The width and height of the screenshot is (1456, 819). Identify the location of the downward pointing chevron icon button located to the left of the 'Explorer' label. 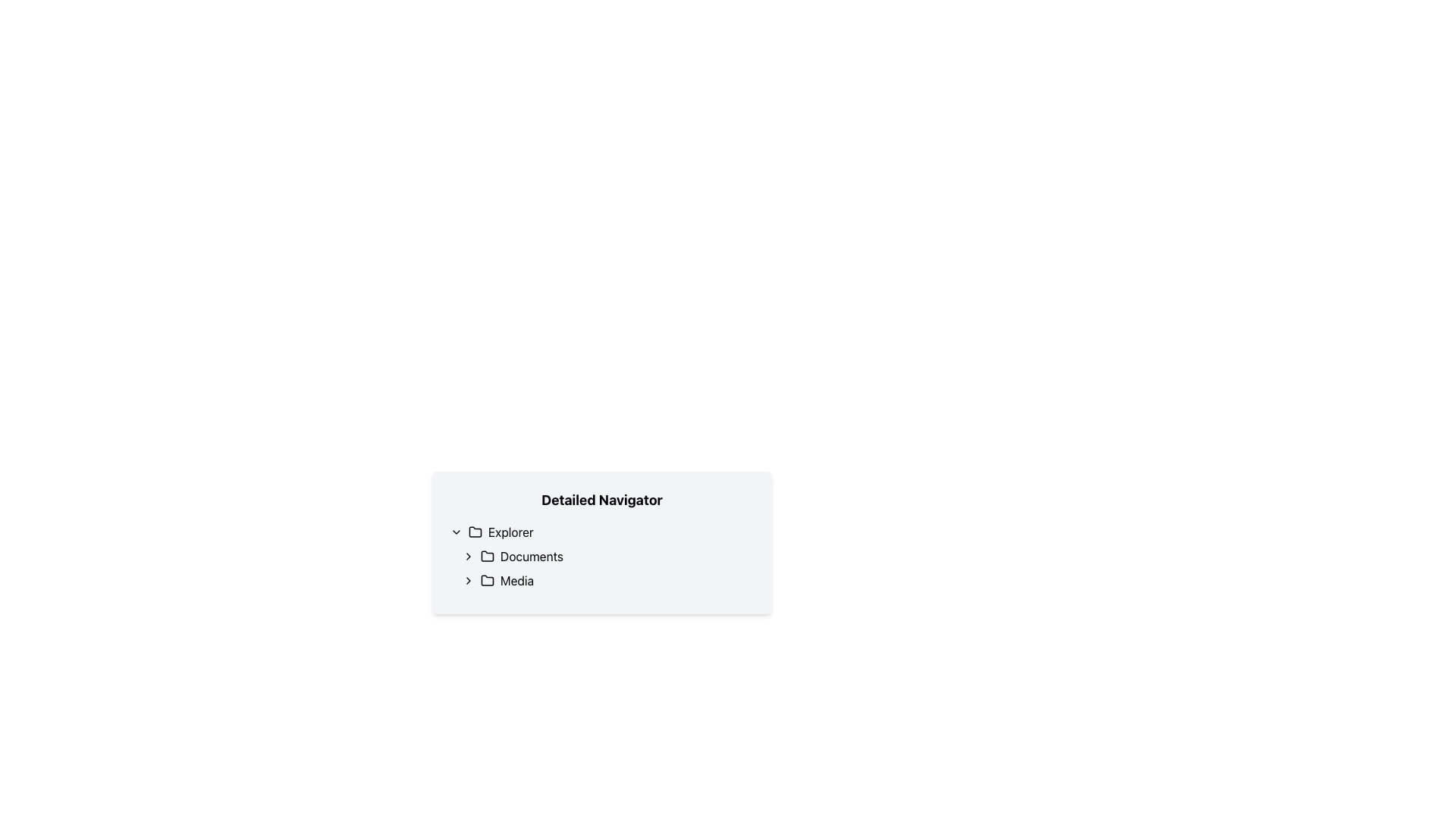
(455, 532).